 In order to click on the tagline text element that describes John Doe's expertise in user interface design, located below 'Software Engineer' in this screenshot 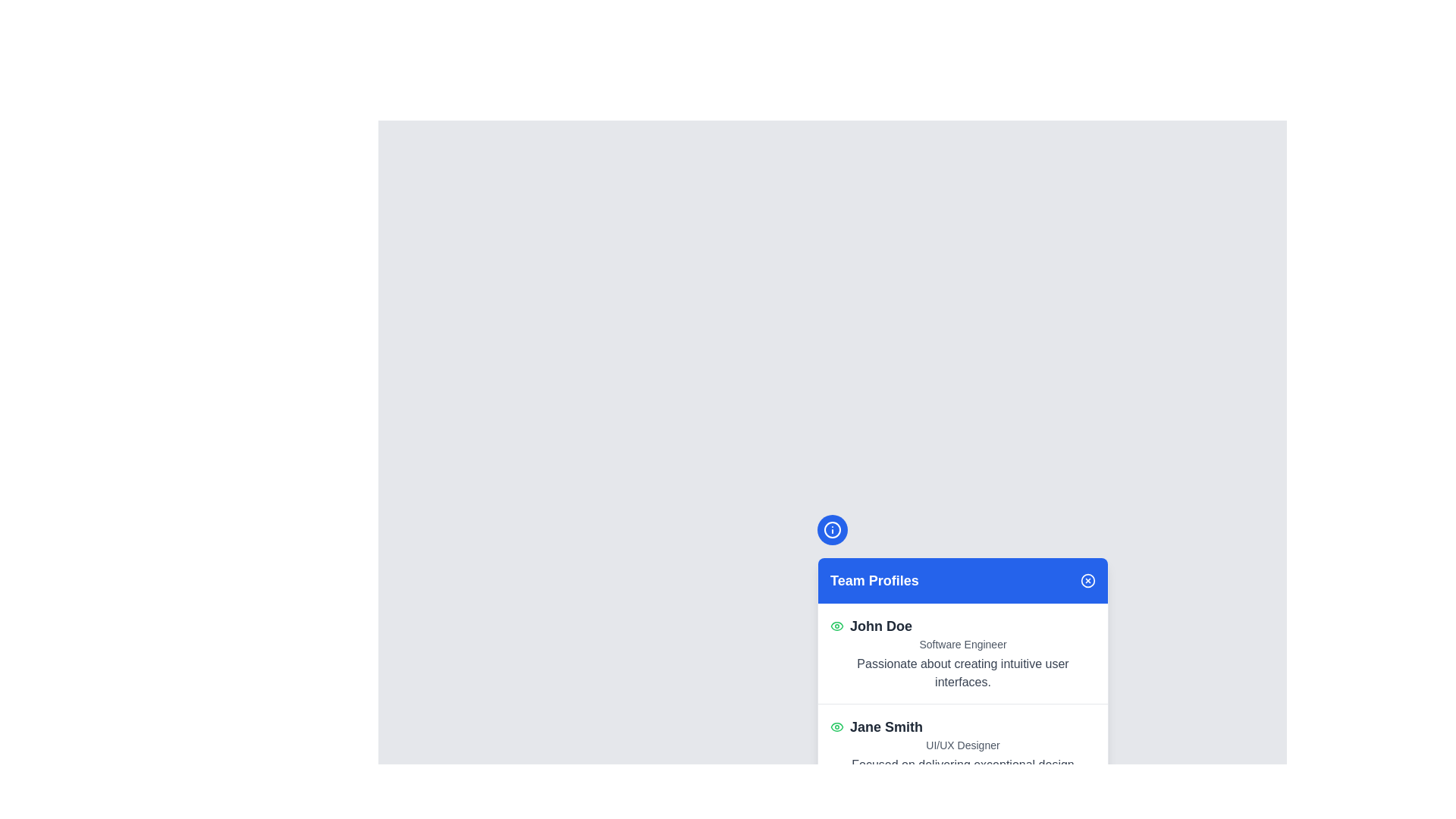, I will do `click(962, 672)`.